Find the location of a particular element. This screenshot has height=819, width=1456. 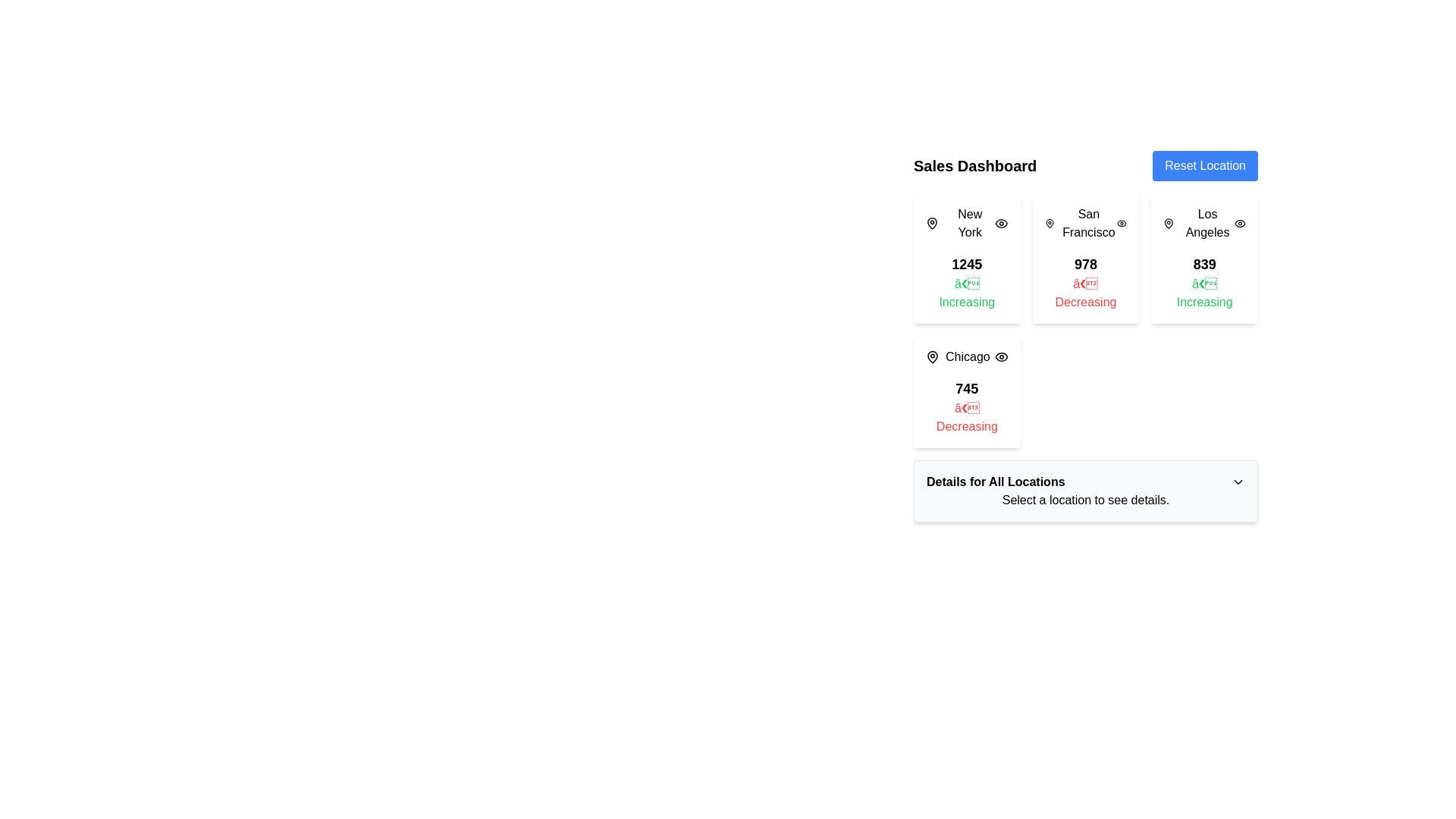

the static text label styled in red with the content '↘ Decreasing', located inside the San Francisco data card below the numerical figure '978' is located at coordinates (1084, 293).